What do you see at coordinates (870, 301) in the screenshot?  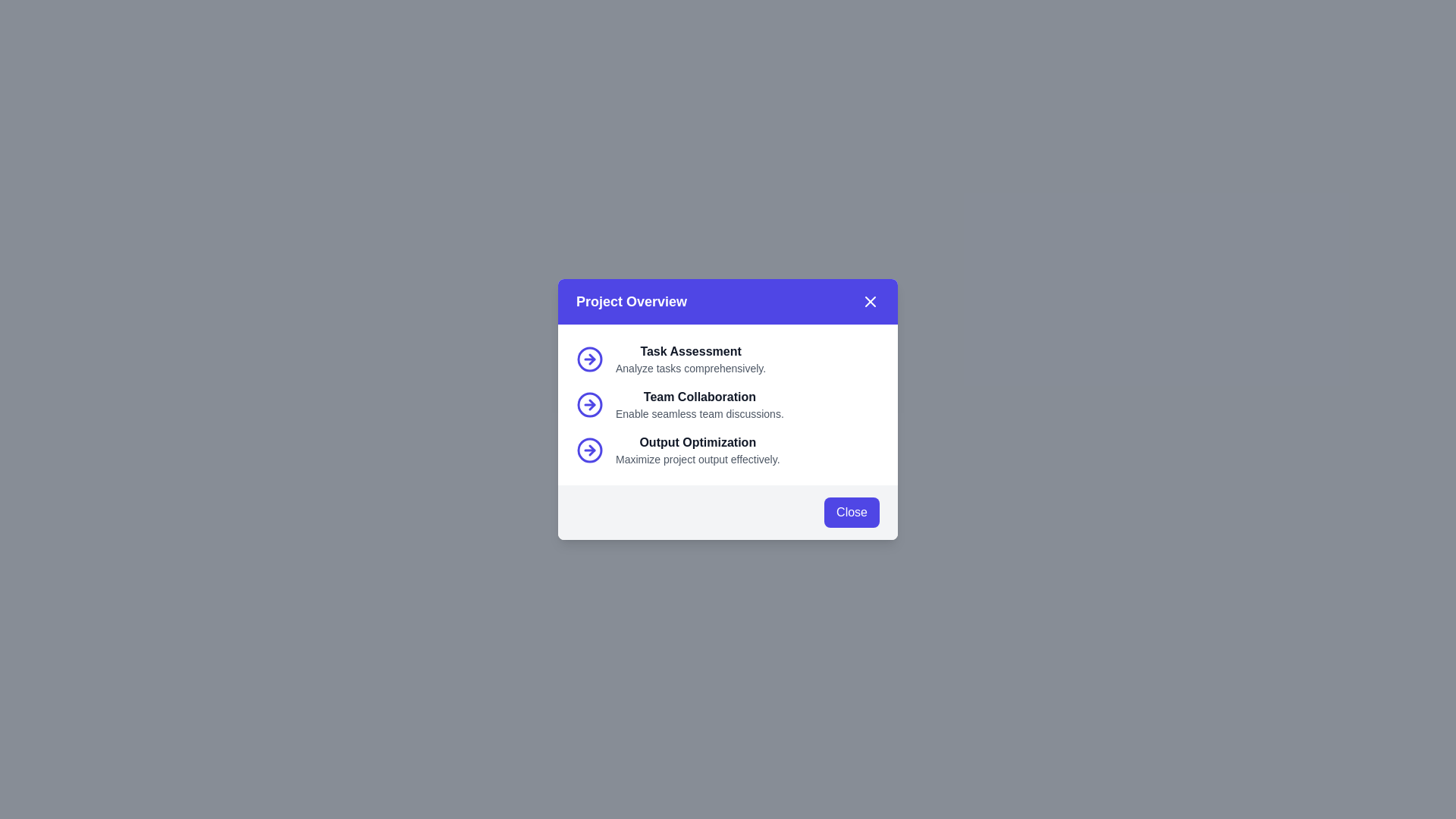 I see `the close icon located in the top-right corner of the 'Project Overview' modal window's purple header section` at bounding box center [870, 301].